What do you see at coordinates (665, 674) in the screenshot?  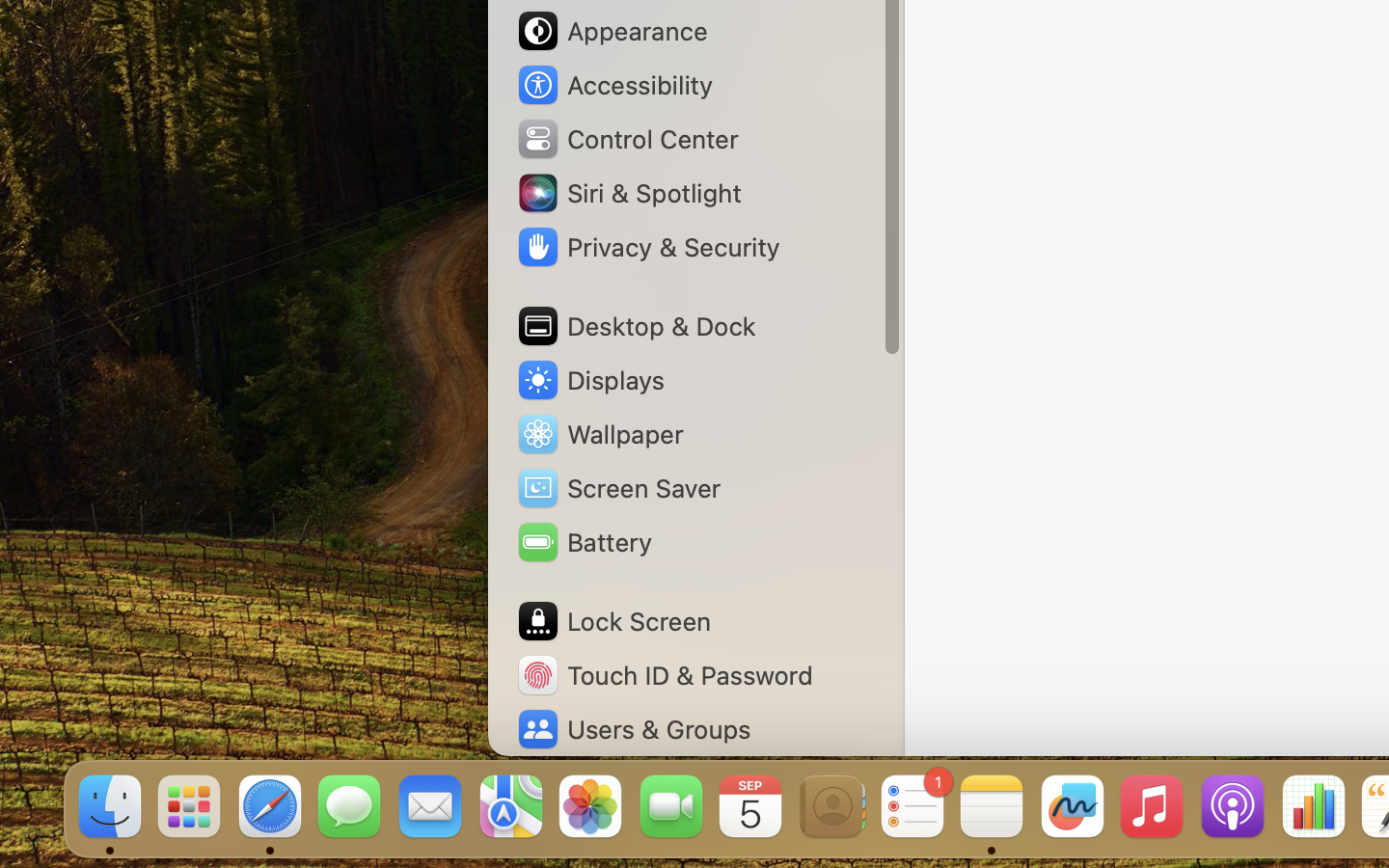 I see `'Touch ID & Password'` at bounding box center [665, 674].